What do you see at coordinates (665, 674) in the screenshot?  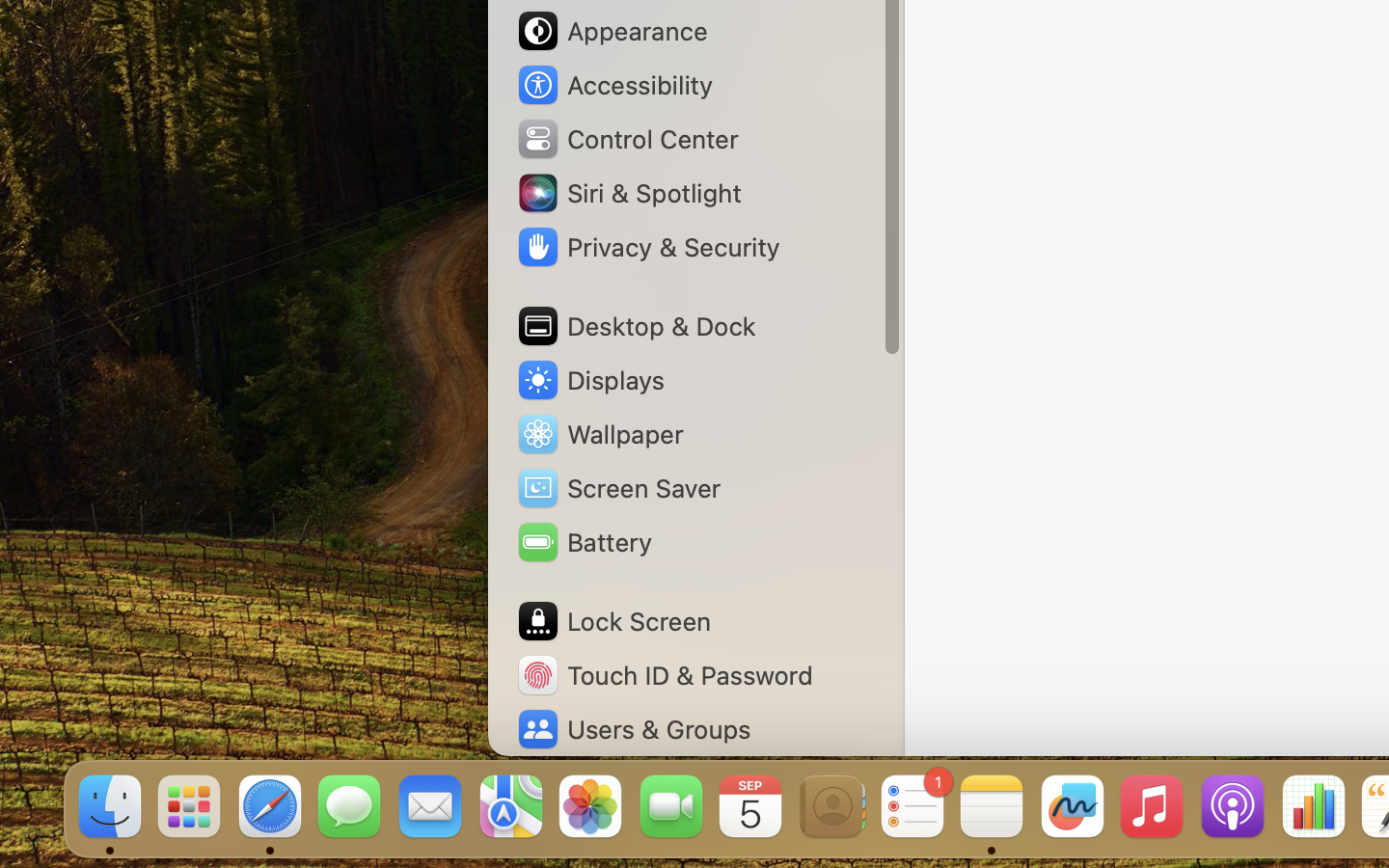 I see `'Touch ID & Password'` at bounding box center [665, 674].